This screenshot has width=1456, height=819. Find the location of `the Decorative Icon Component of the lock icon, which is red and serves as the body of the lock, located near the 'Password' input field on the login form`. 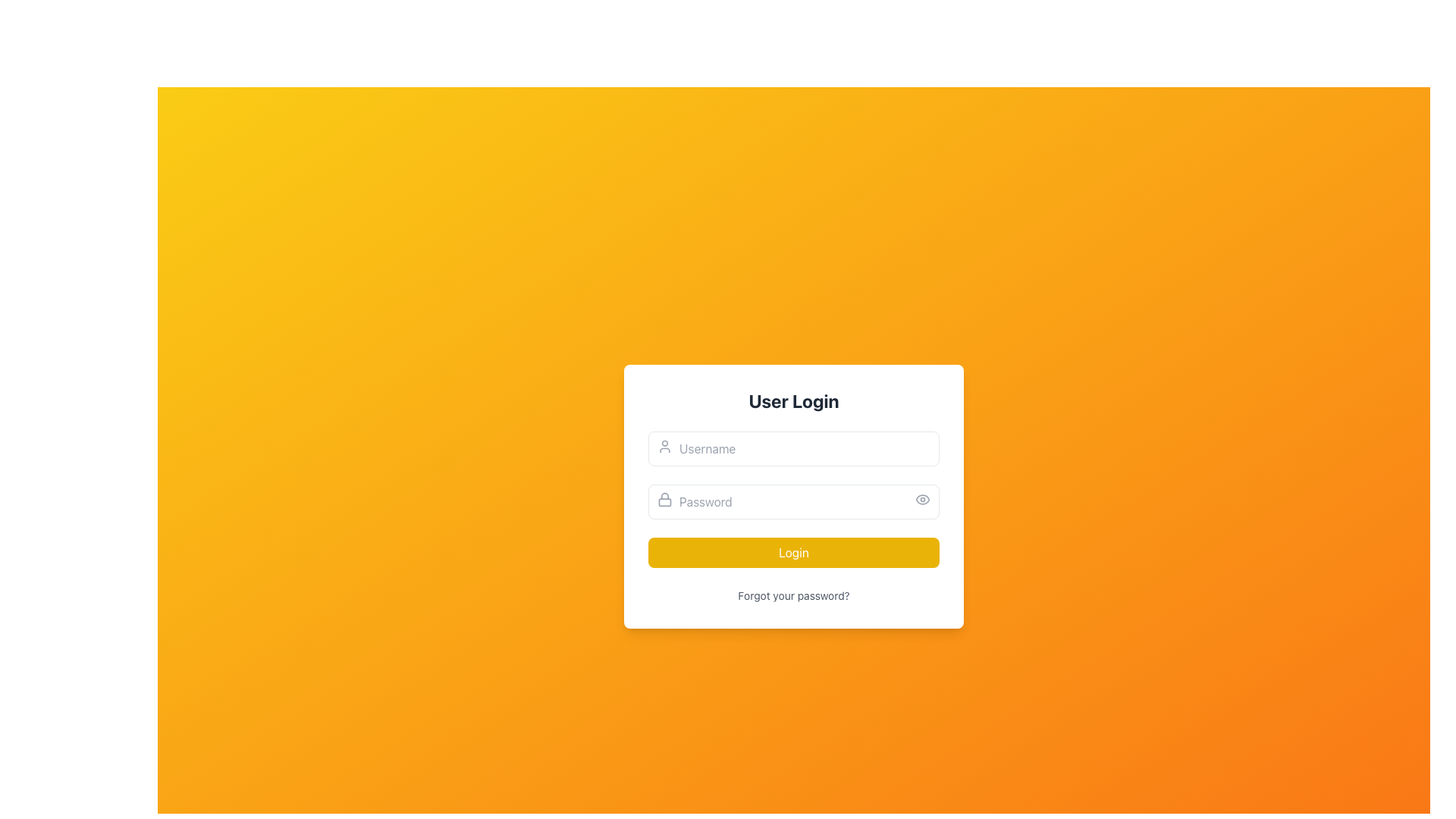

the Decorative Icon Component of the lock icon, which is red and serves as the body of the lock, located near the 'Password' input field on the login form is located at coordinates (665, 502).